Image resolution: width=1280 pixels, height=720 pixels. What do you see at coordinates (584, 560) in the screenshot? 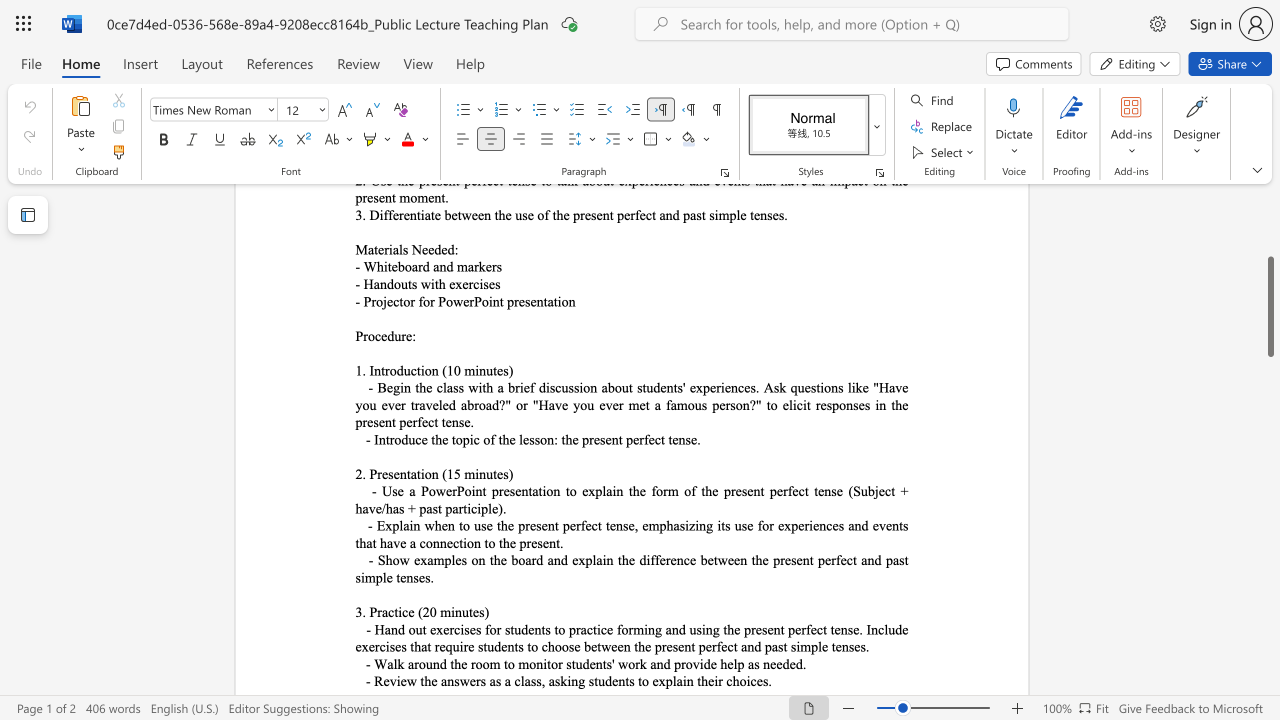
I see `the subset text "plain the difference between the present perfect and past simp" within the text "- Show examples on the board and explain the difference between the present perfect and past simple tenses."` at bounding box center [584, 560].